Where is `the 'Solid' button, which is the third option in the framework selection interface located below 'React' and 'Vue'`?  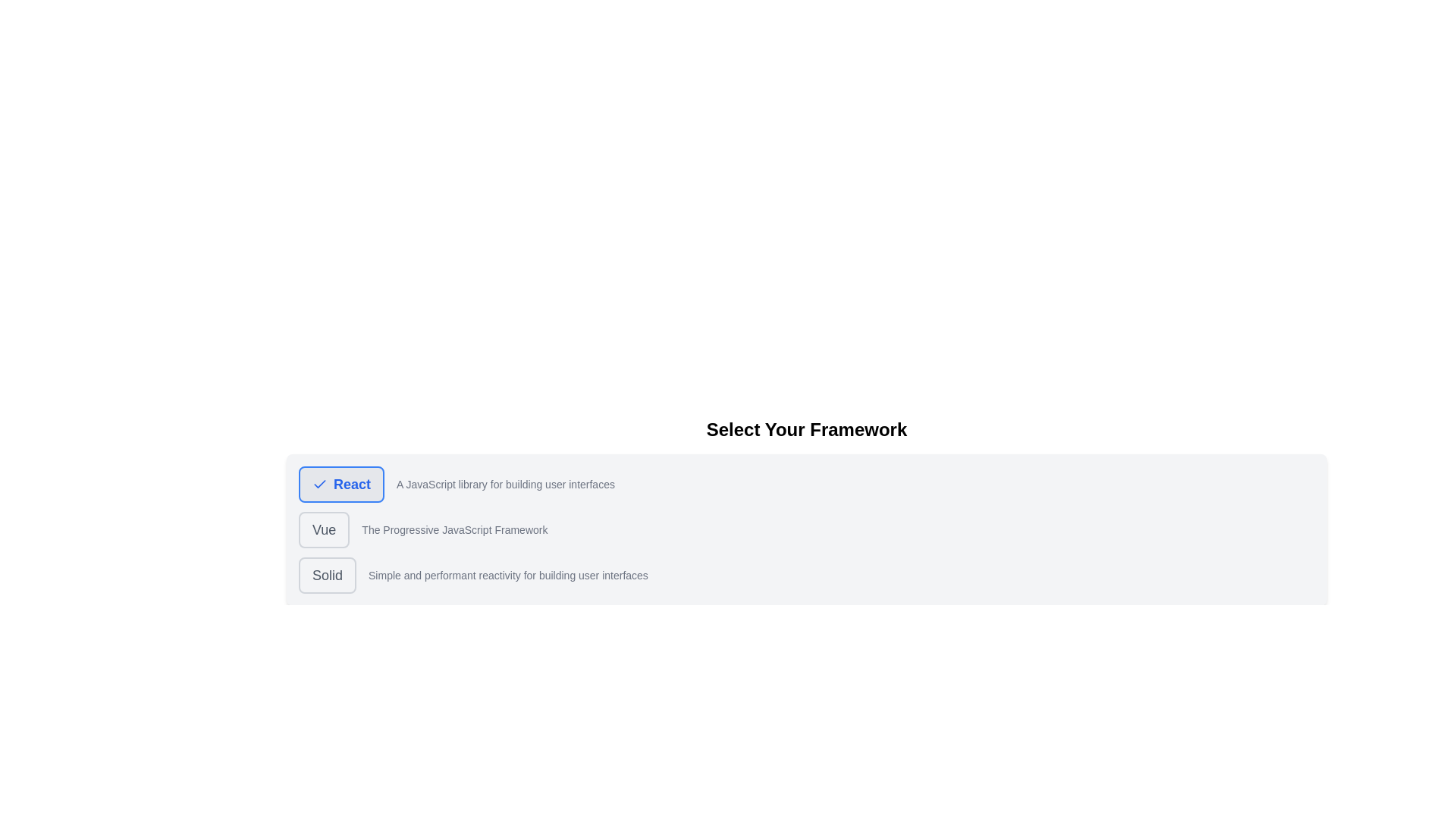
the 'Solid' button, which is the third option in the framework selection interface located below 'React' and 'Vue' is located at coordinates (806, 576).